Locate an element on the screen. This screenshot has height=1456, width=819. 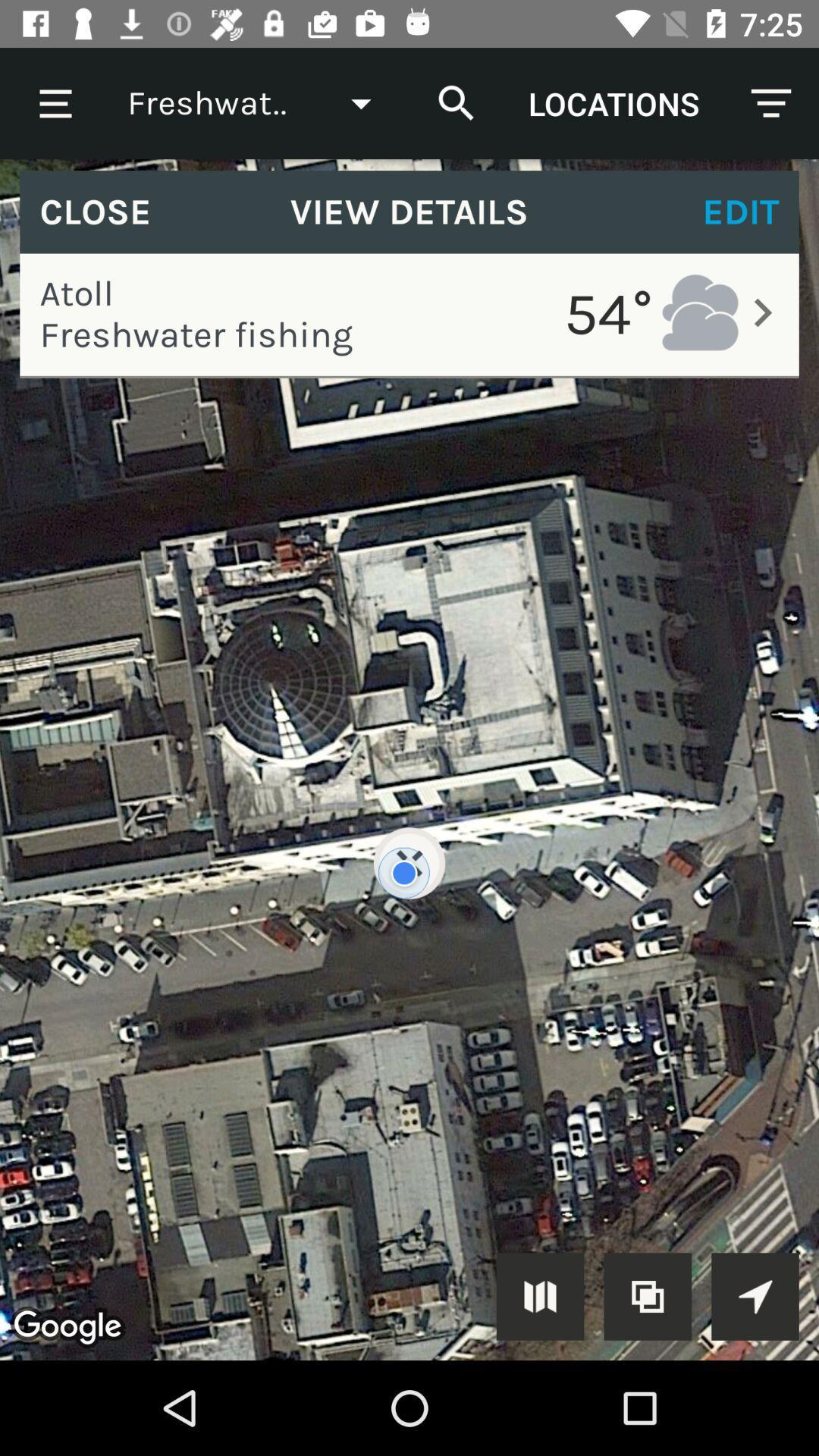
to change the direction is located at coordinates (755, 1295).